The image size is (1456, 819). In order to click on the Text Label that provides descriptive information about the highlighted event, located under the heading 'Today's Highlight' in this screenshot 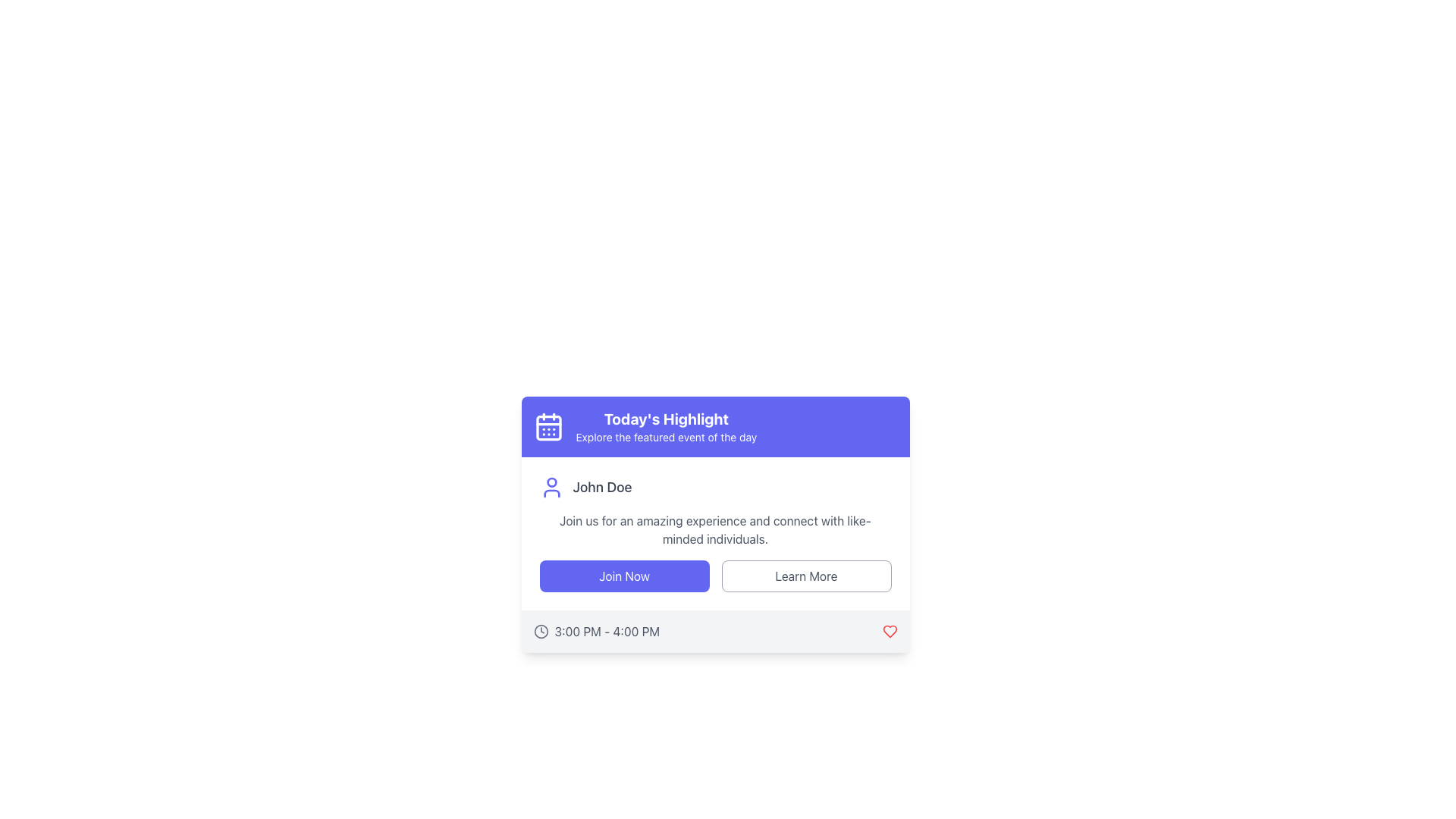, I will do `click(666, 438)`.